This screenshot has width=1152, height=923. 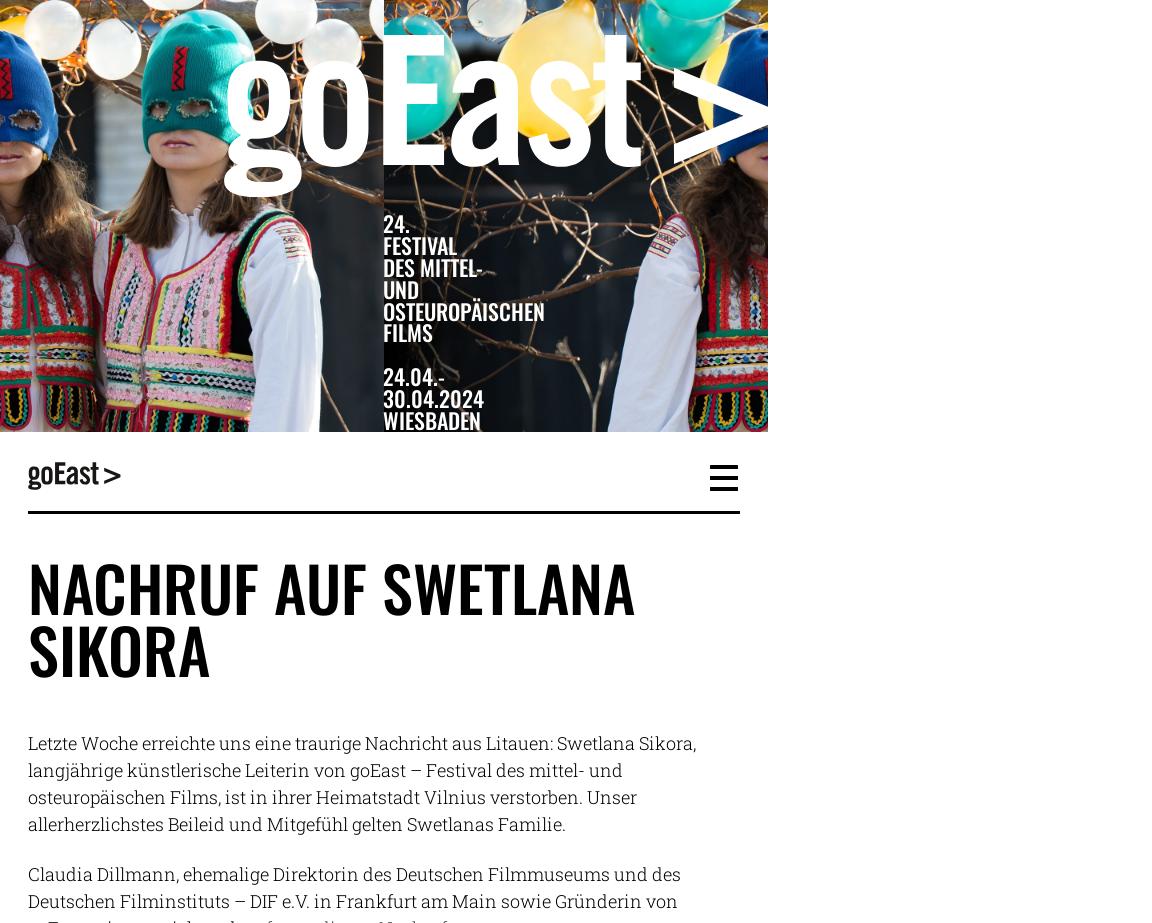 I want to click on '24.', so click(x=395, y=222).